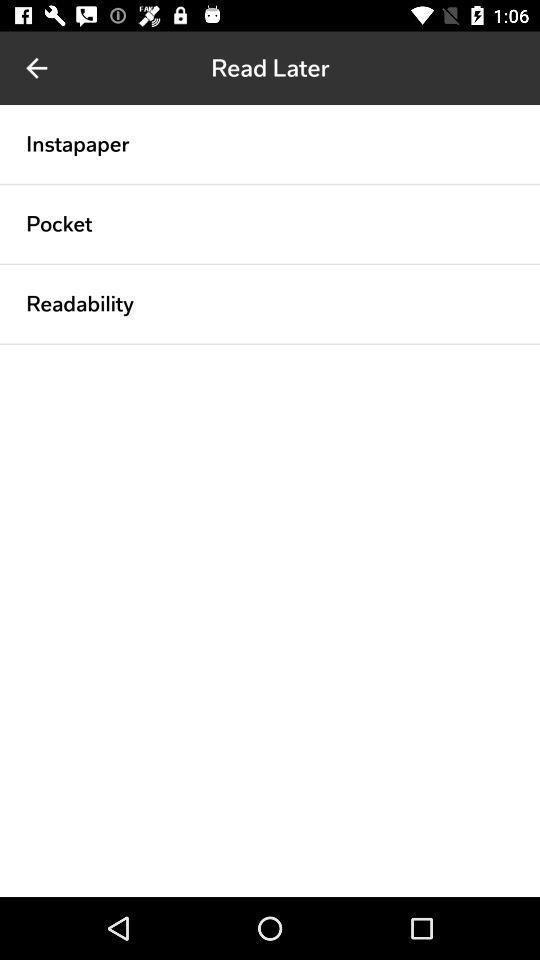 The image size is (540, 960). Describe the element at coordinates (79, 303) in the screenshot. I see `readability icon` at that location.